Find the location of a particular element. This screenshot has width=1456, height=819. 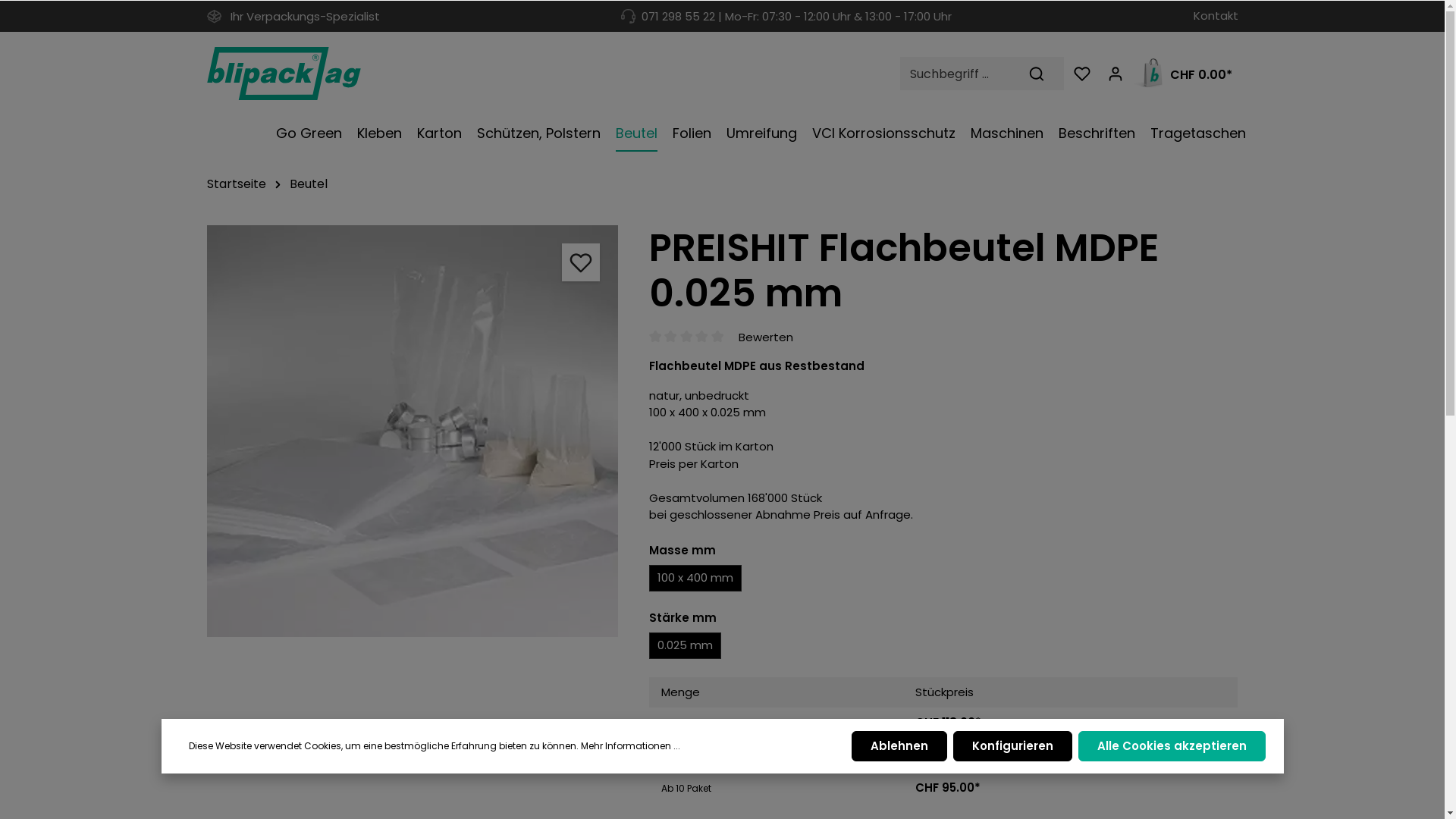

'Konfigurieren' is located at coordinates (1012, 745).